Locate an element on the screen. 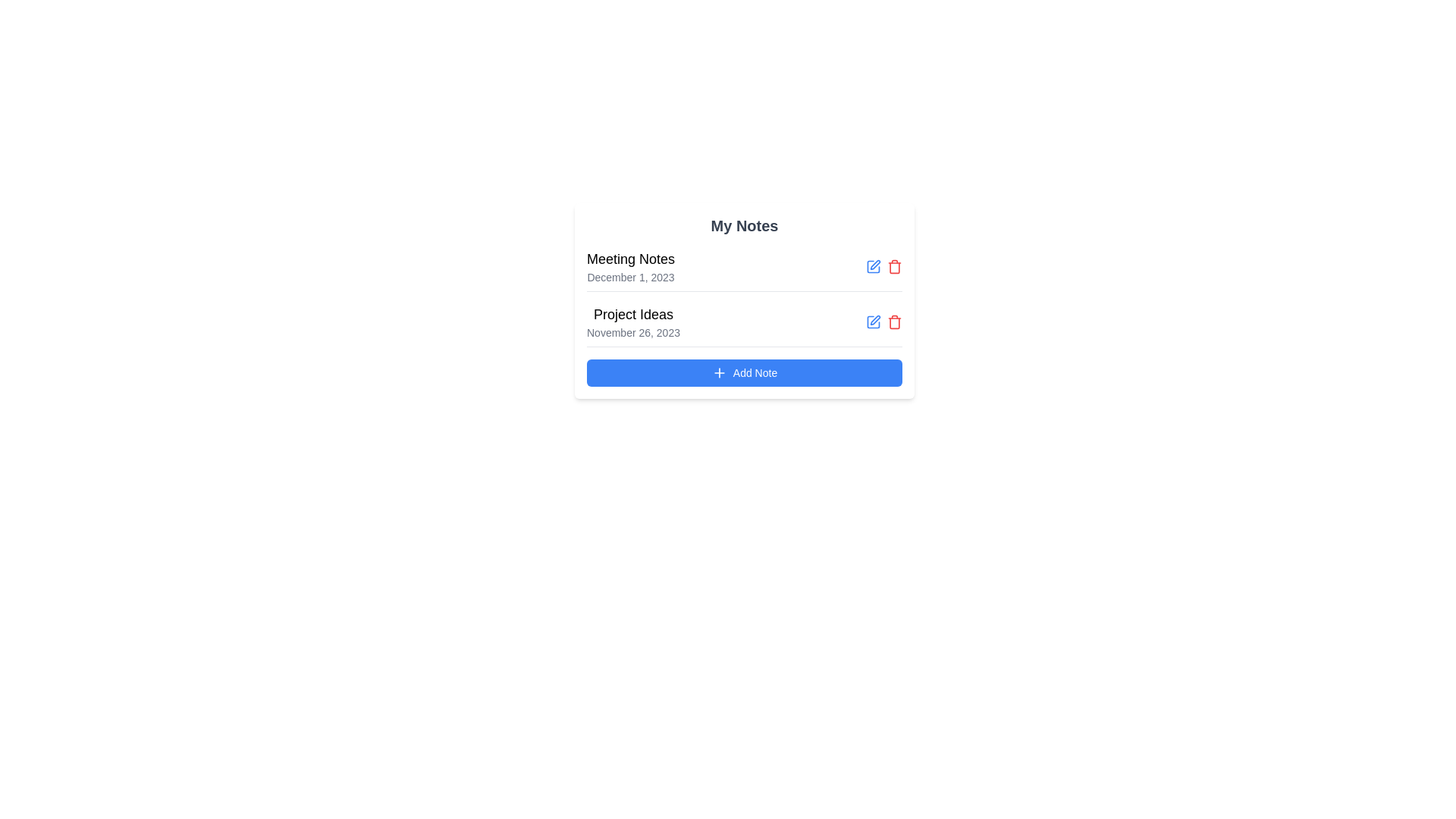 Image resolution: width=1456 pixels, height=819 pixels. the red trash bin icon in the Icon group containing action buttons is located at coordinates (884, 321).